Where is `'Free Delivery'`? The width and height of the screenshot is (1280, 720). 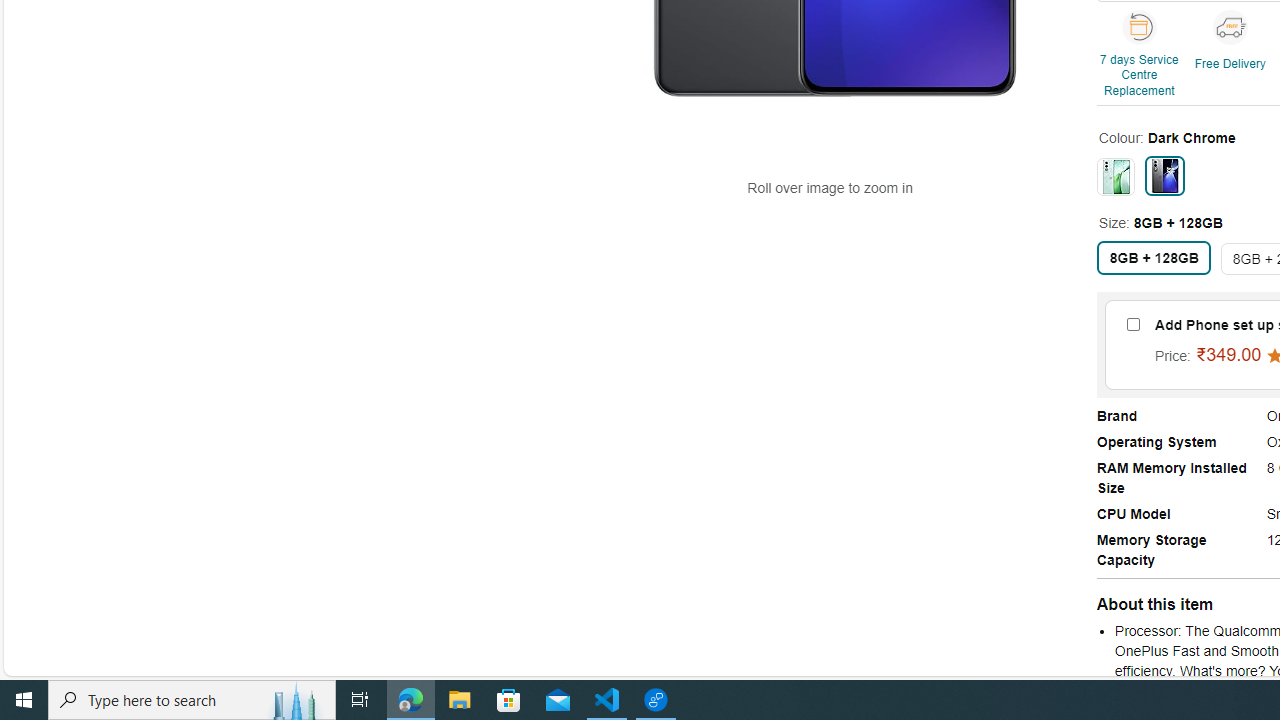 'Free Delivery' is located at coordinates (1231, 55).